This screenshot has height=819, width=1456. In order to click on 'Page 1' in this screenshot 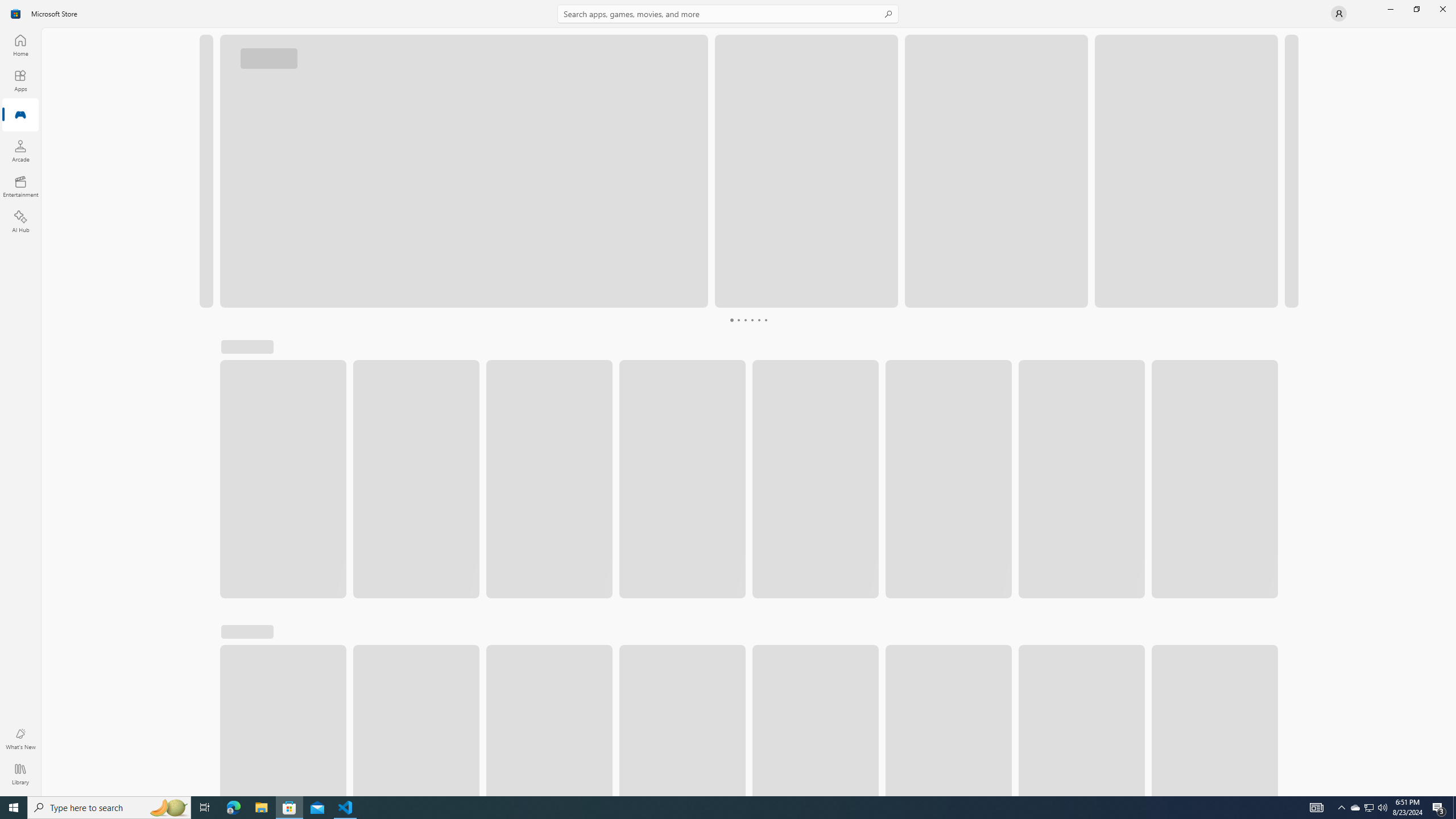, I will do `click(717, 320)`.